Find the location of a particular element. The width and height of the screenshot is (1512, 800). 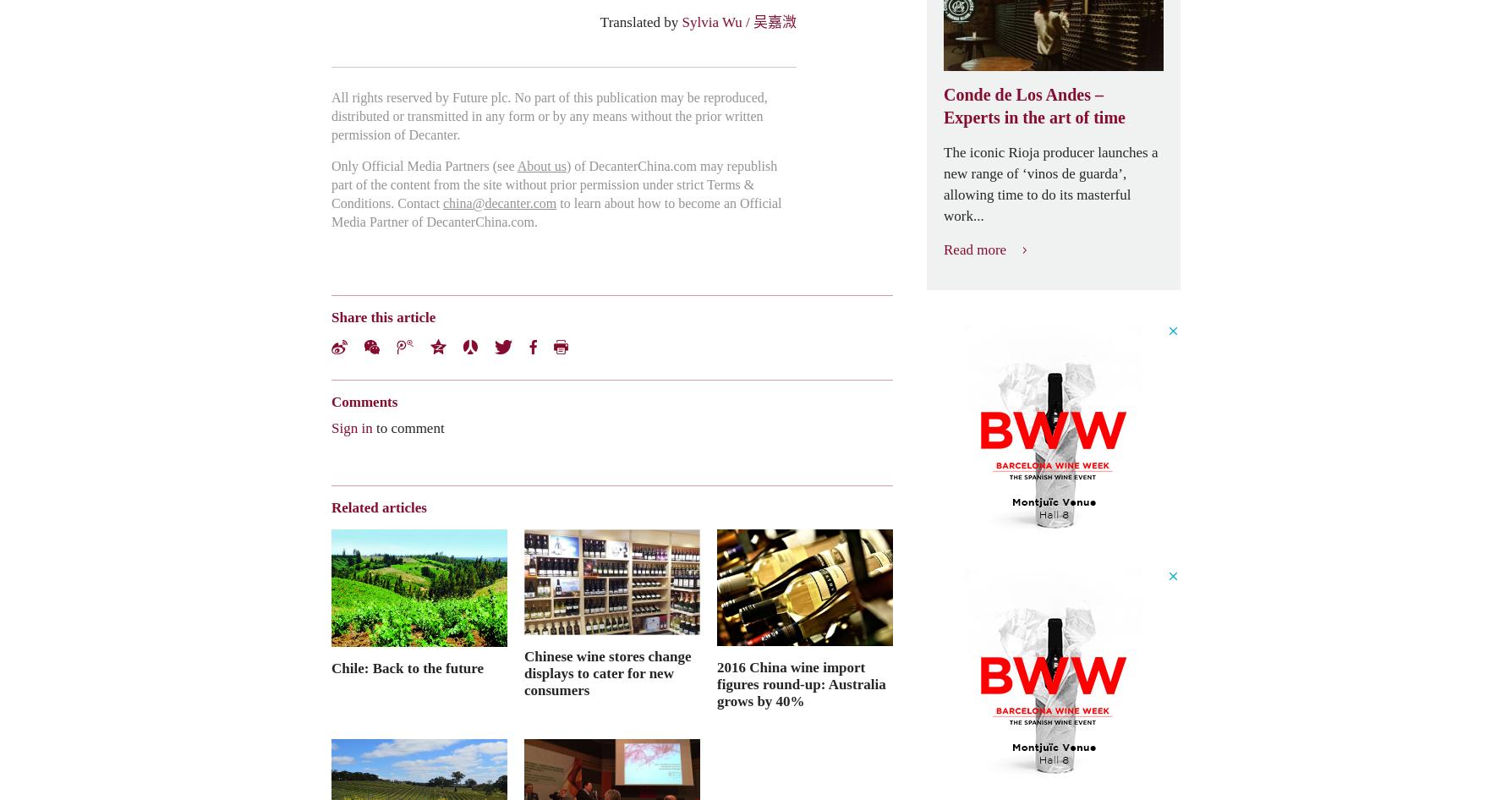

'Chinese wine stores change displays to cater for new consumers' is located at coordinates (524, 672).